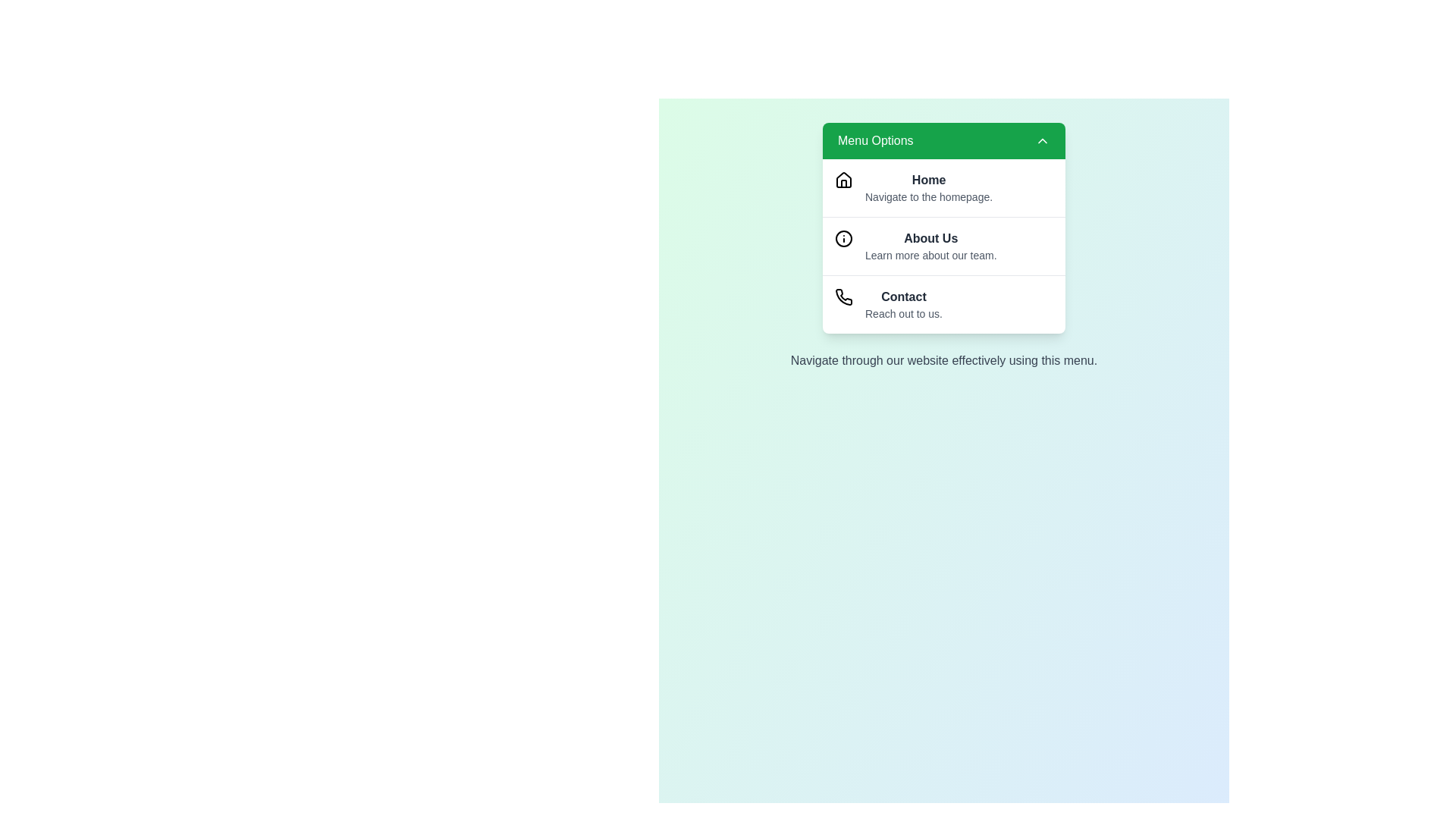 The width and height of the screenshot is (1456, 819). I want to click on the descriptive text below the menu, so click(943, 360).